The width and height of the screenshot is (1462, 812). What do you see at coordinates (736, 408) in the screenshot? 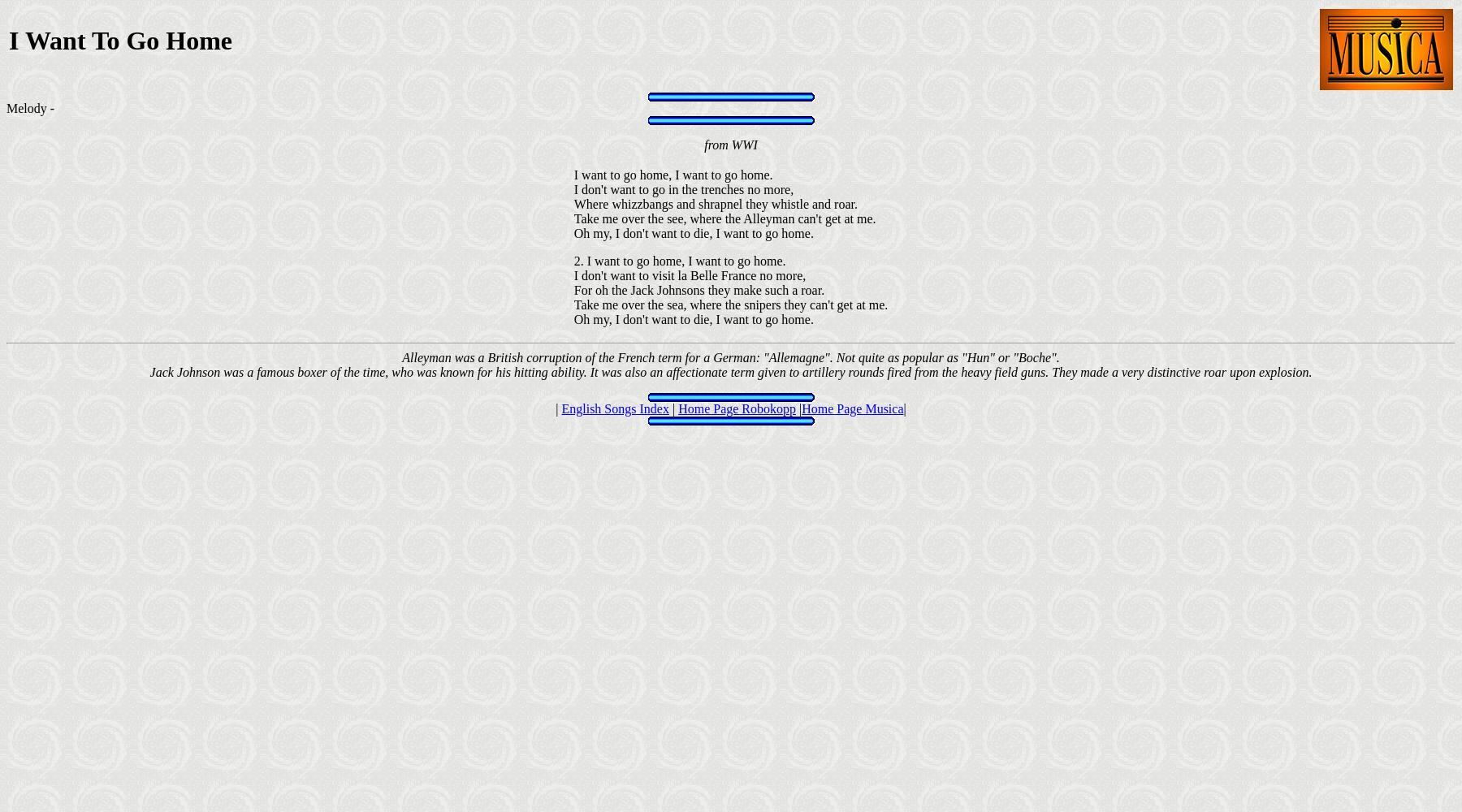
I see `'Home Page Robokopp'` at bounding box center [736, 408].